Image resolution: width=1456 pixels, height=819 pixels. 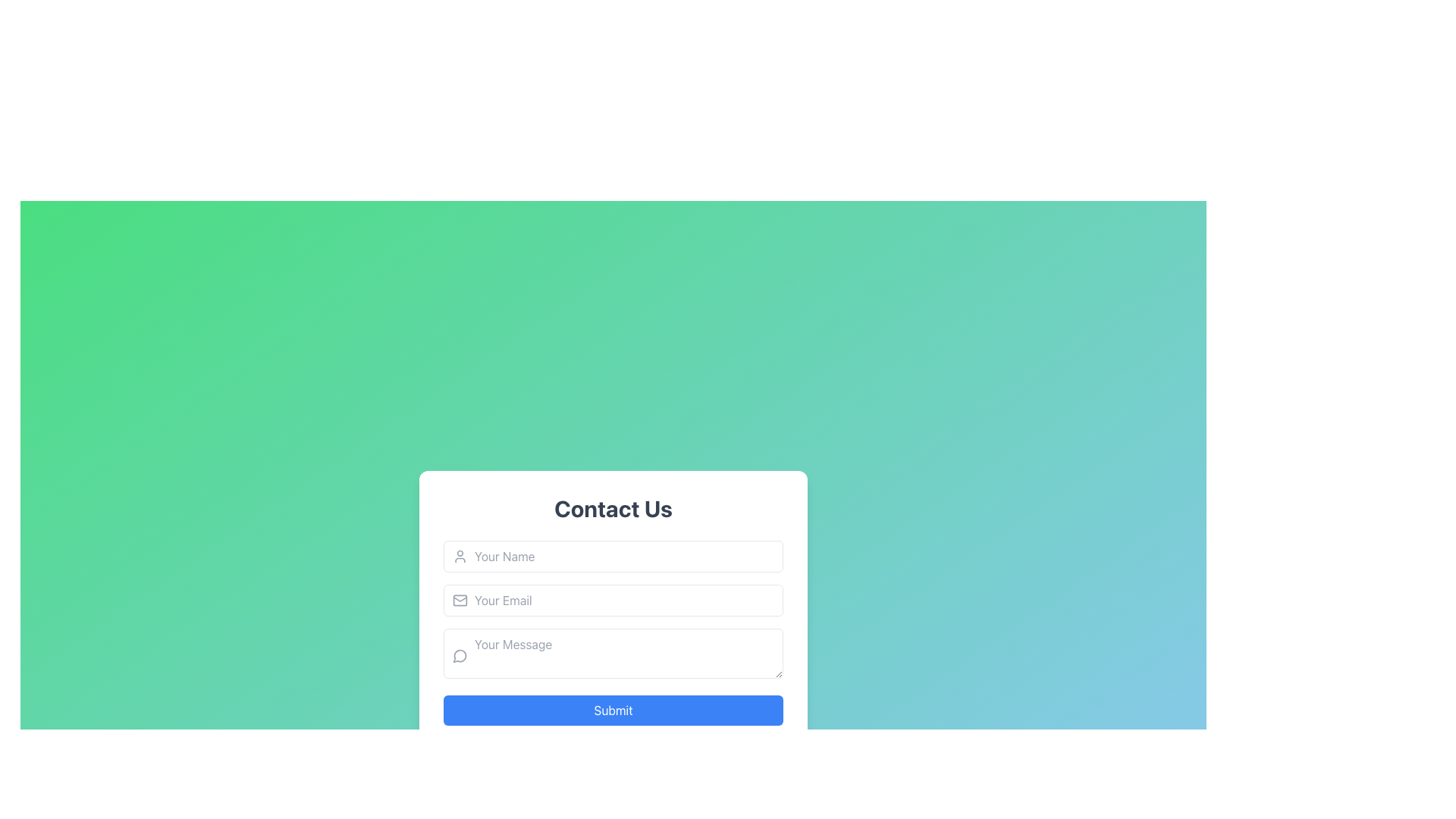 What do you see at coordinates (459, 655) in the screenshot?
I see `the circular dashed icon located inside the 'Your Message' input field, to the left of the input placeholder text` at bounding box center [459, 655].